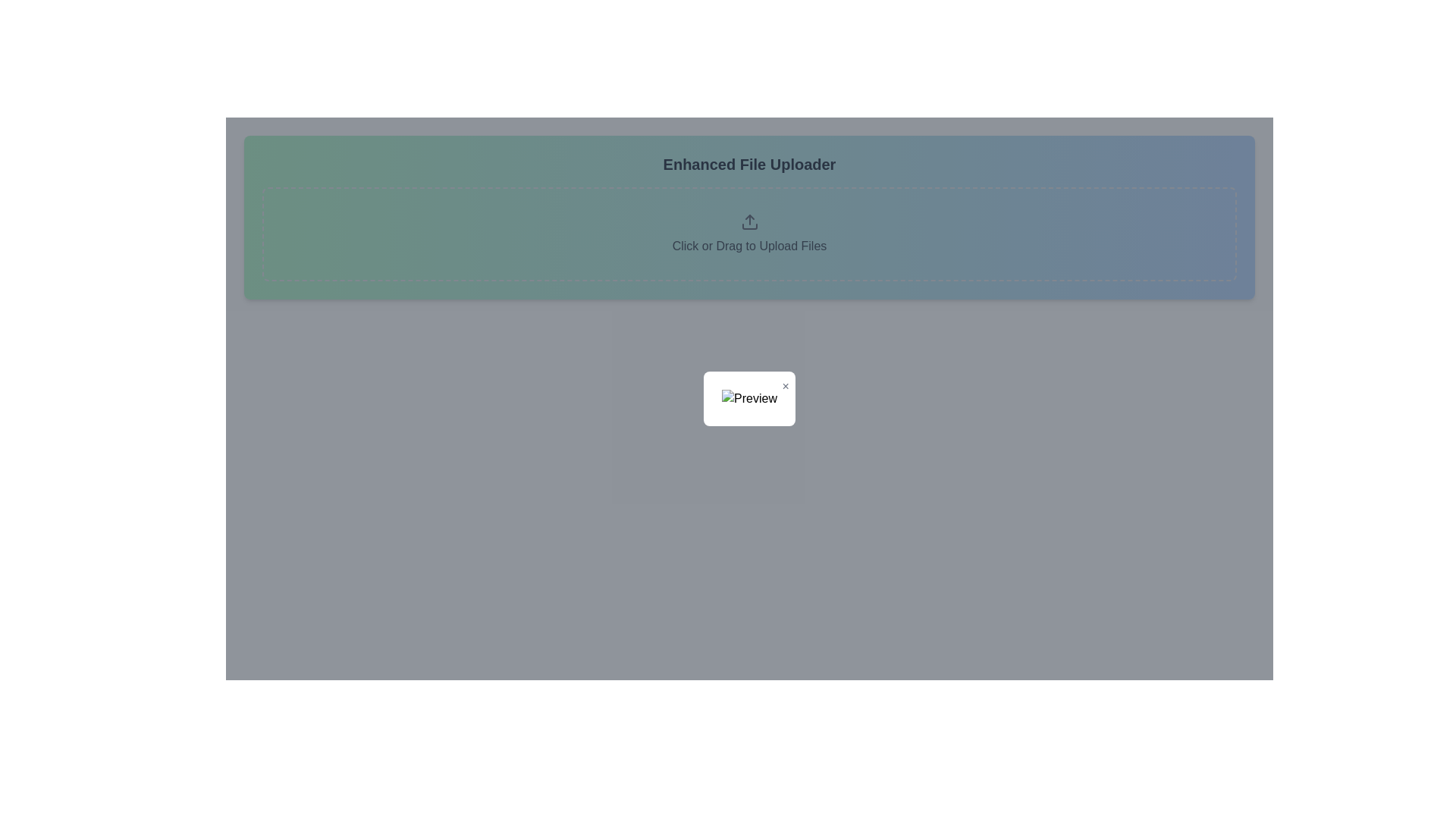 The height and width of the screenshot is (819, 1456). Describe the element at coordinates (749, 227) in the screenshot. I see `the base of the upload icon, which is a vector graphic component within an SVG structure, representing a platform for uploading files` at that location.